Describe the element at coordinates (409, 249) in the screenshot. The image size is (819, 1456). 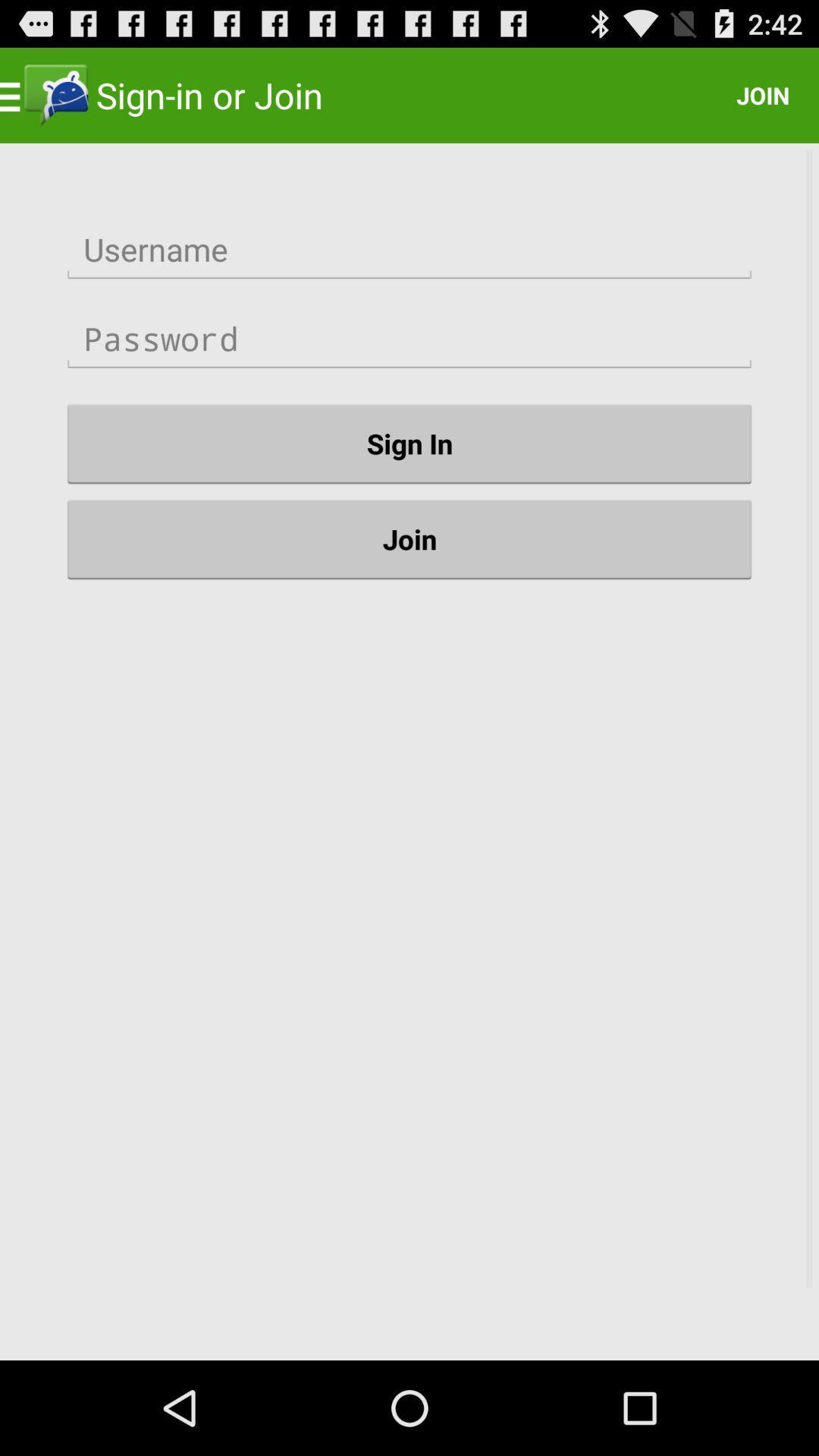
I see `username text box` at that location.